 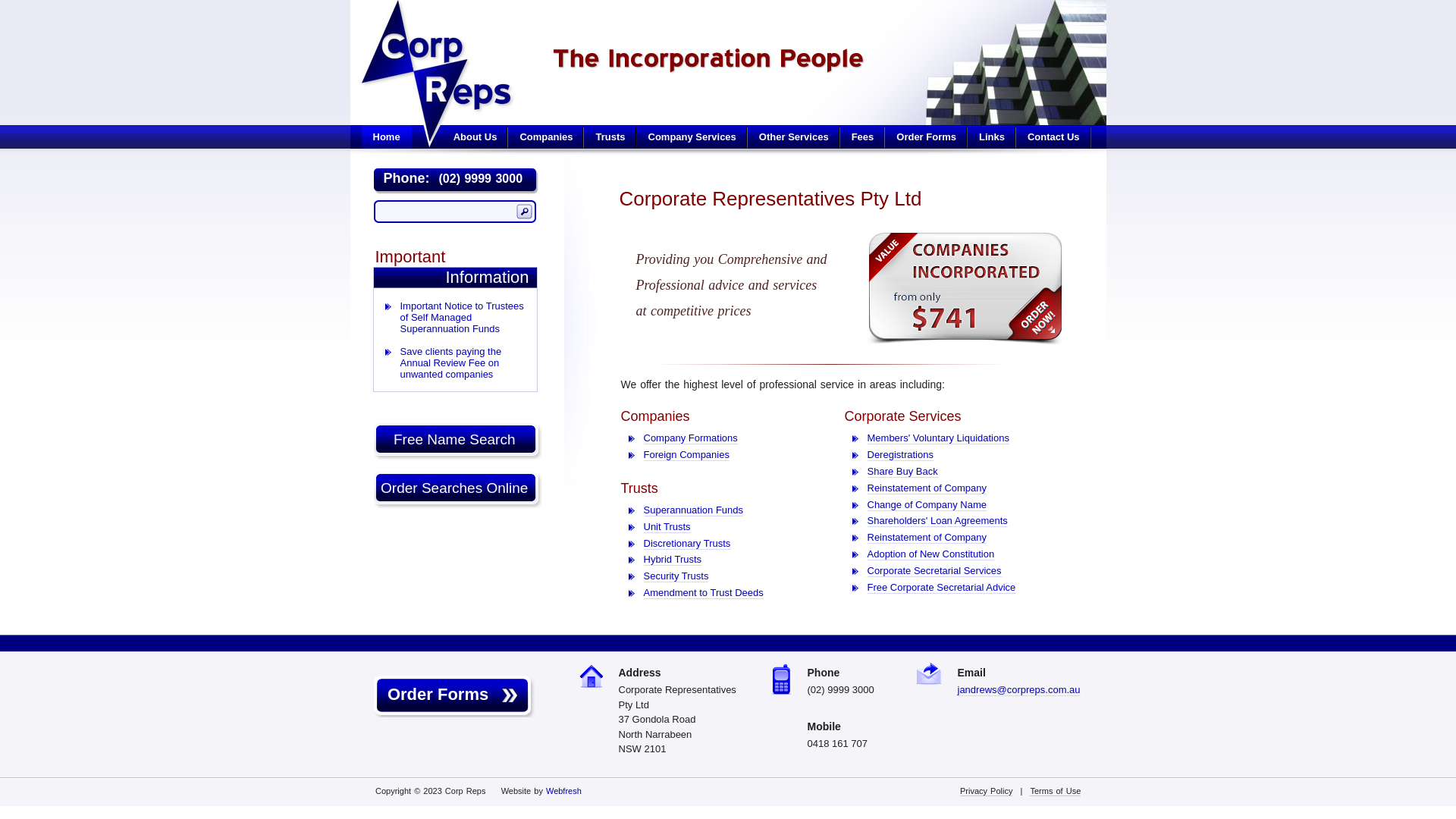 I want to click on 'Discretionary Trusts', so click(x=686, y=543).